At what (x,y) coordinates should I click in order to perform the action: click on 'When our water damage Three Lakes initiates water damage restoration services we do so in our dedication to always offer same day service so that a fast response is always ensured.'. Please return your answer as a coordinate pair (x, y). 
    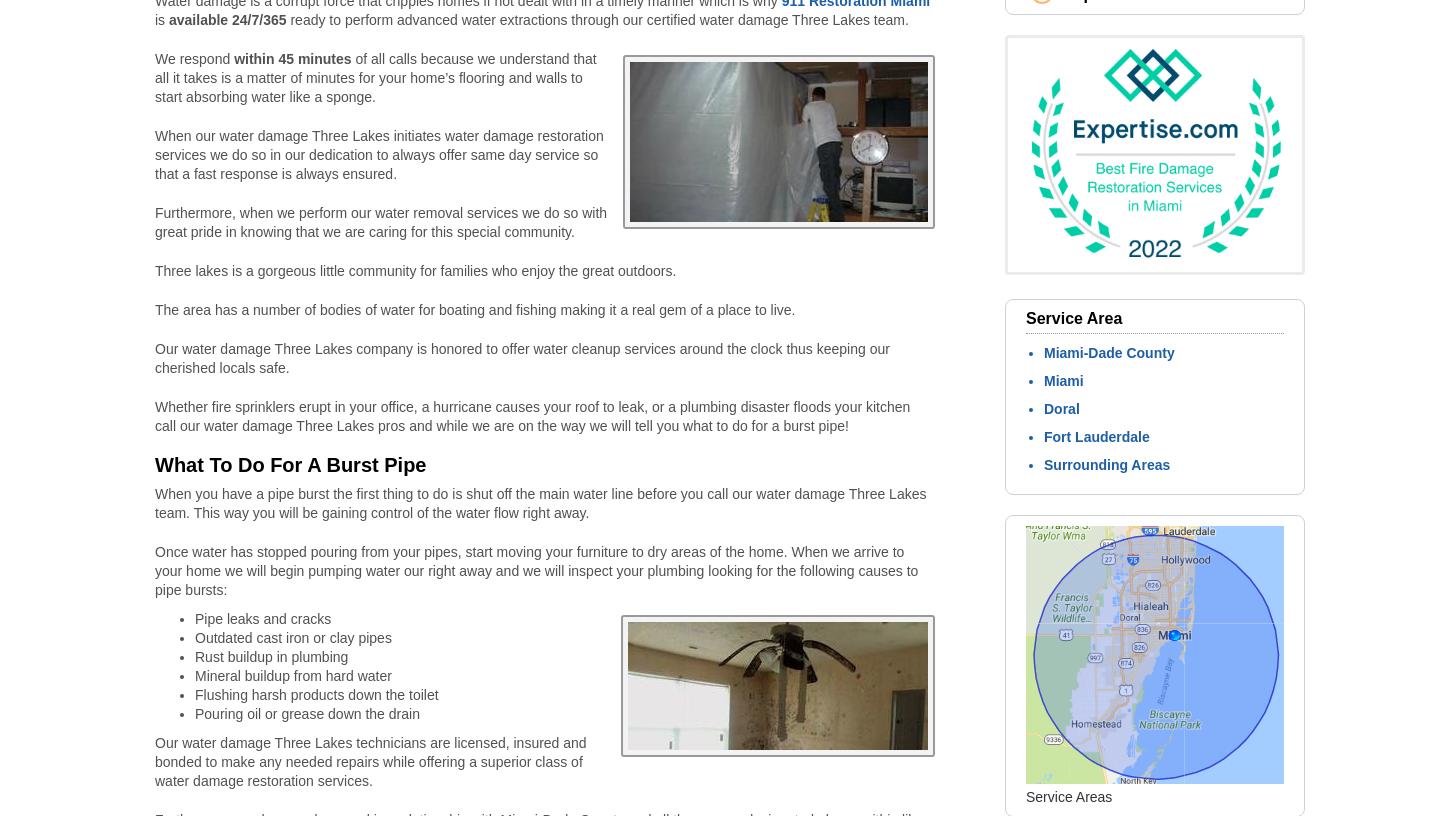
    Looking at the image, I should click on (378, 155).